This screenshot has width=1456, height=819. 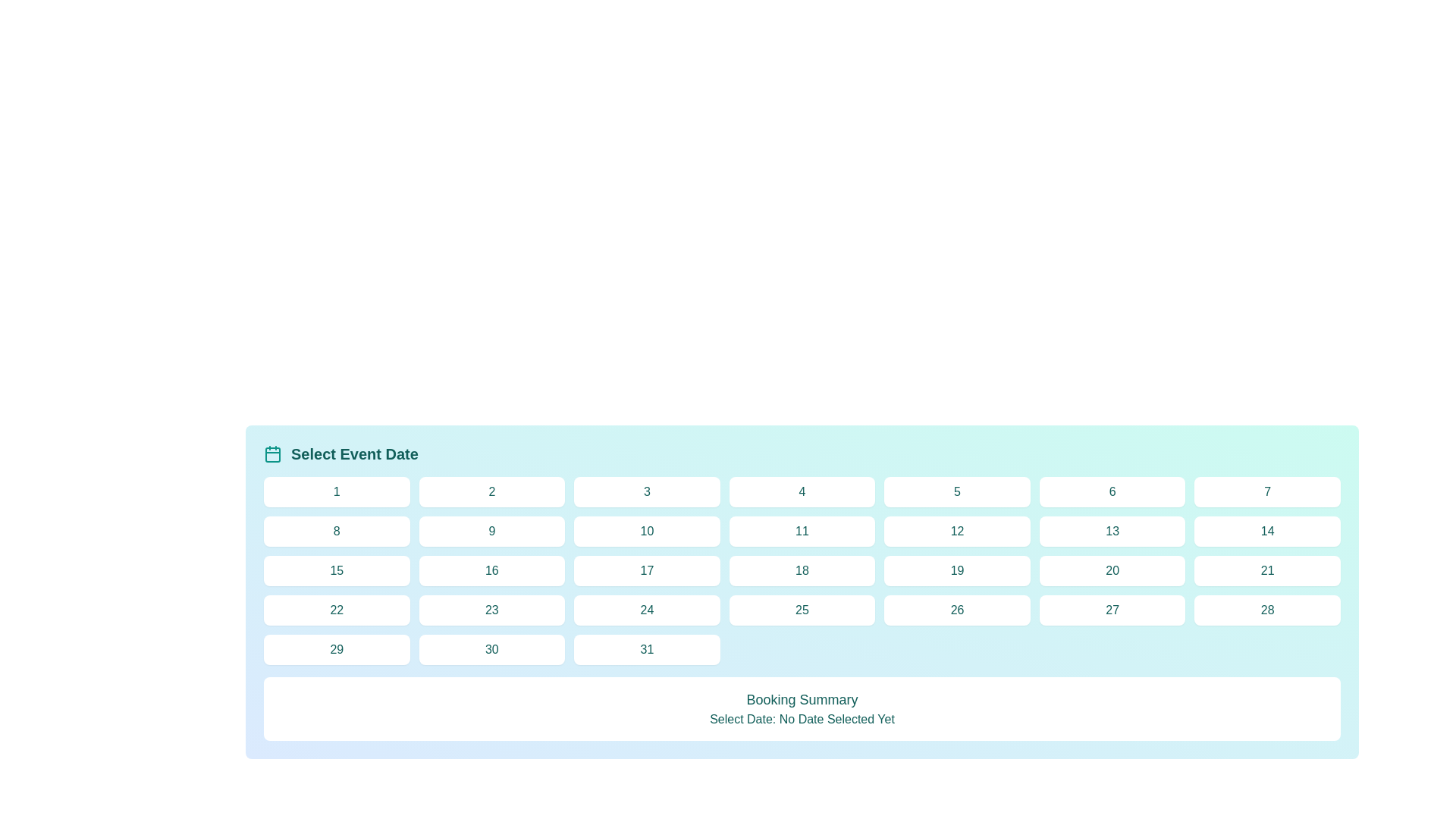 I want to click on the rectangular button labeled '12' with a white background and teal text, so click(x=956, y=531).